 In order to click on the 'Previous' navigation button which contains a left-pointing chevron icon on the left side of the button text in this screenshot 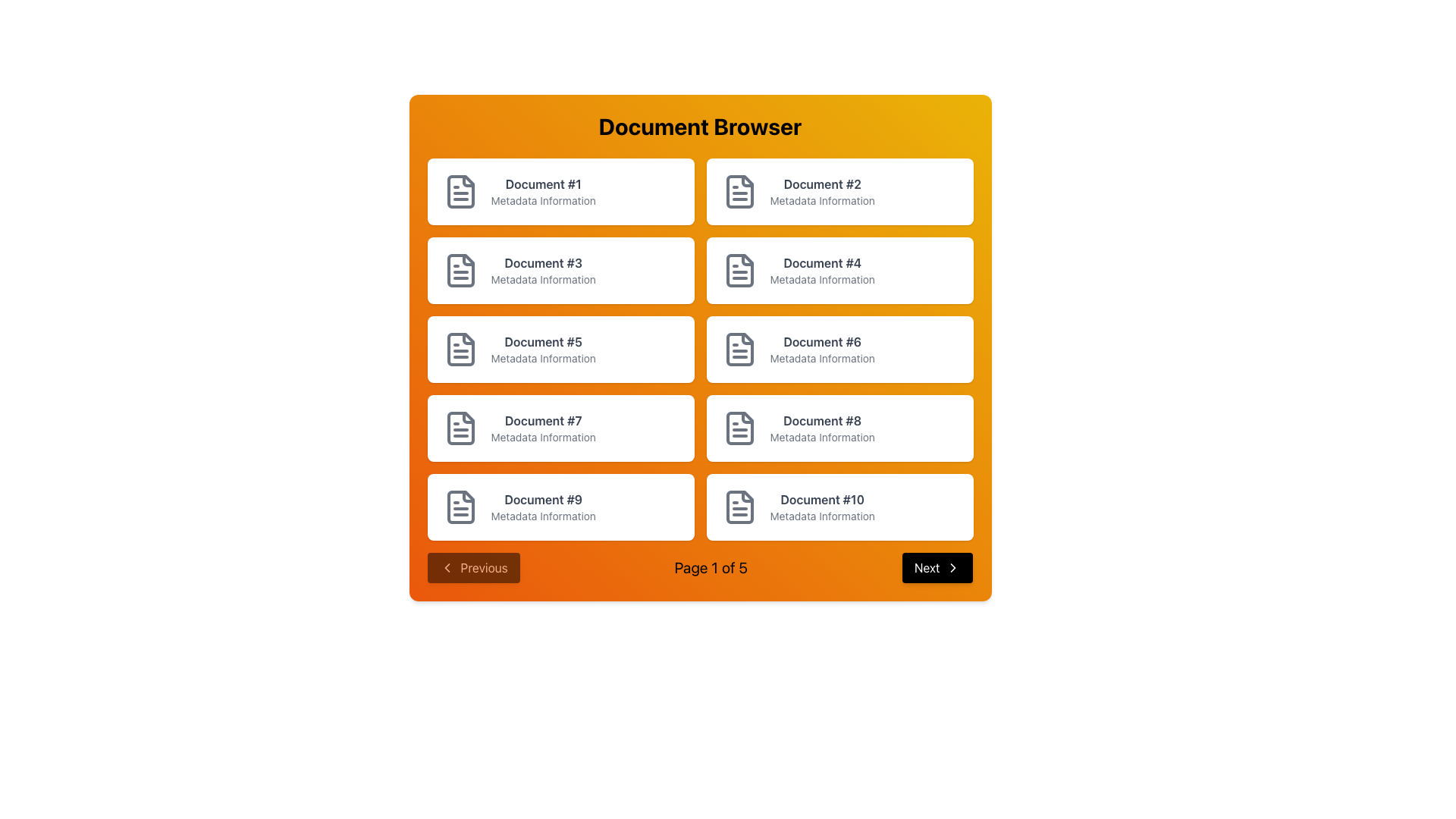, I will do `click(446, 567)`.